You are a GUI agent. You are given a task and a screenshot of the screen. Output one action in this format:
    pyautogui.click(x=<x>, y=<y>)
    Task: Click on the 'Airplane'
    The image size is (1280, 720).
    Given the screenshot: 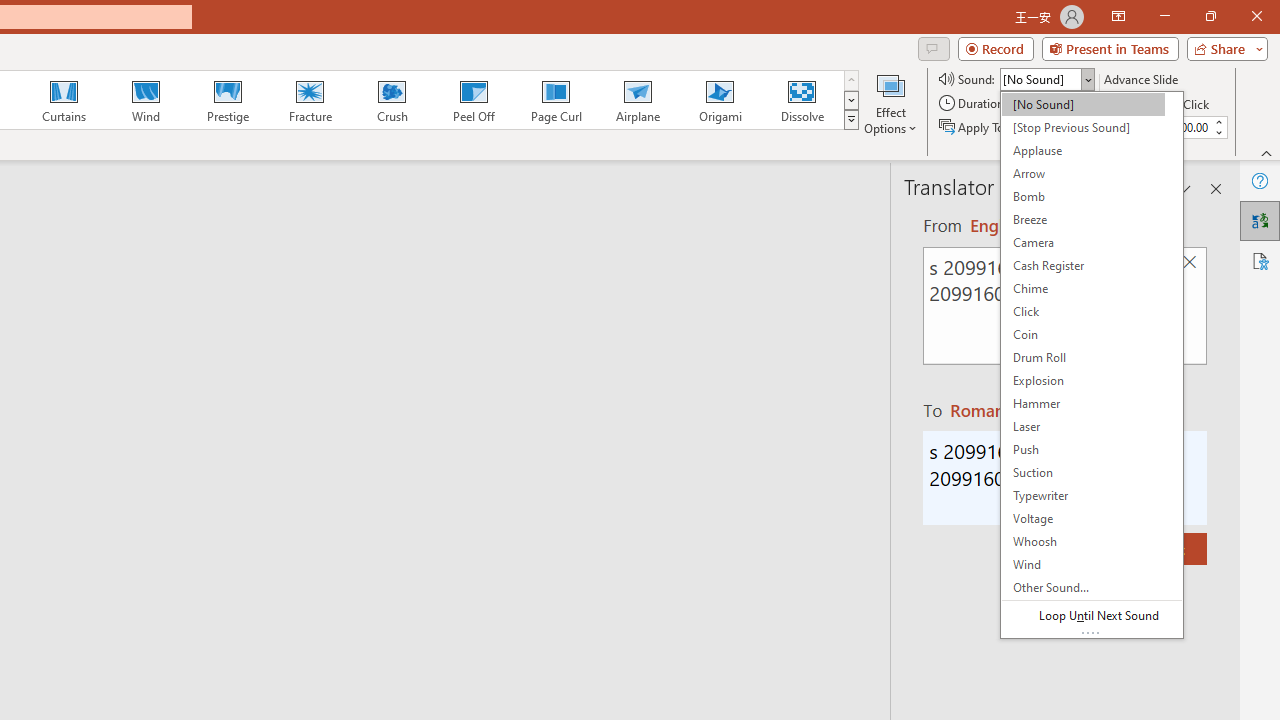 What is the action you would take?
    pyautogui.click(x=636, y=100)
    